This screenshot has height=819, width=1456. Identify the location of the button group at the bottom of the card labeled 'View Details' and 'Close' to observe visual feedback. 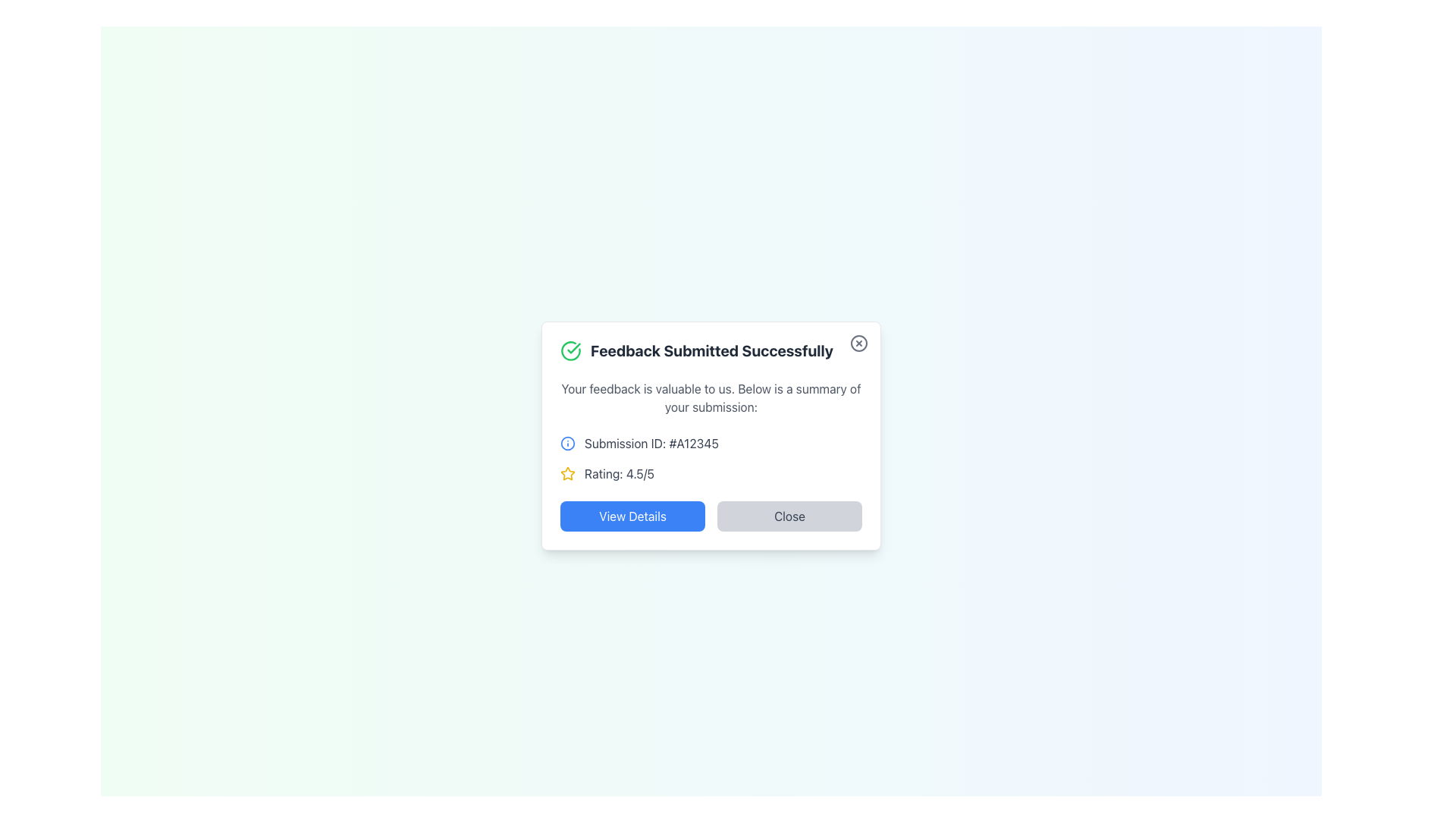
(710, 516).